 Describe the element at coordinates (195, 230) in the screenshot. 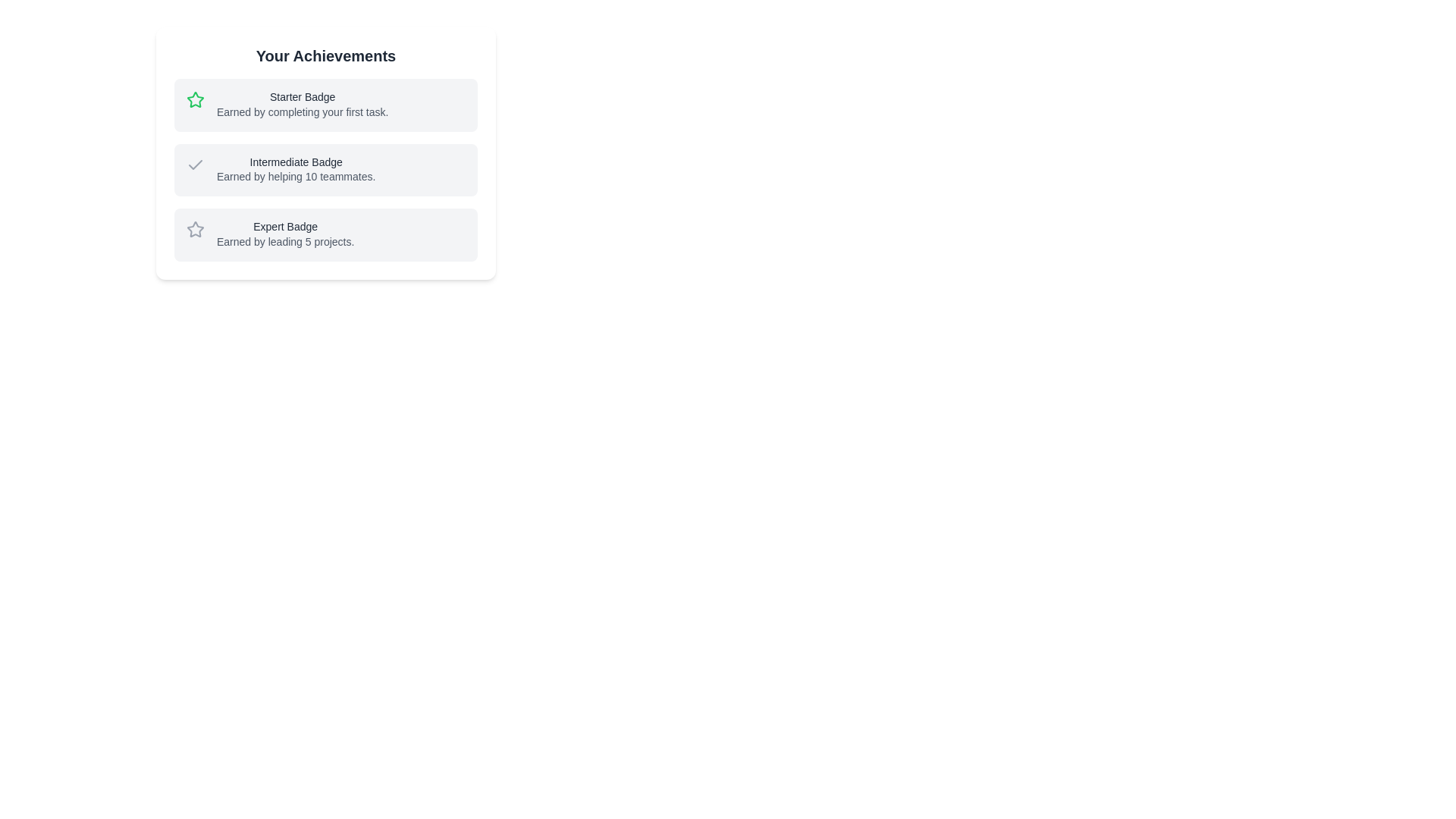

I see `the 'Expert Badge' icon that symbolizes the achievement of leading 5 projects, located at the top-left corner of the 'Your Achievements' panel` at that location.